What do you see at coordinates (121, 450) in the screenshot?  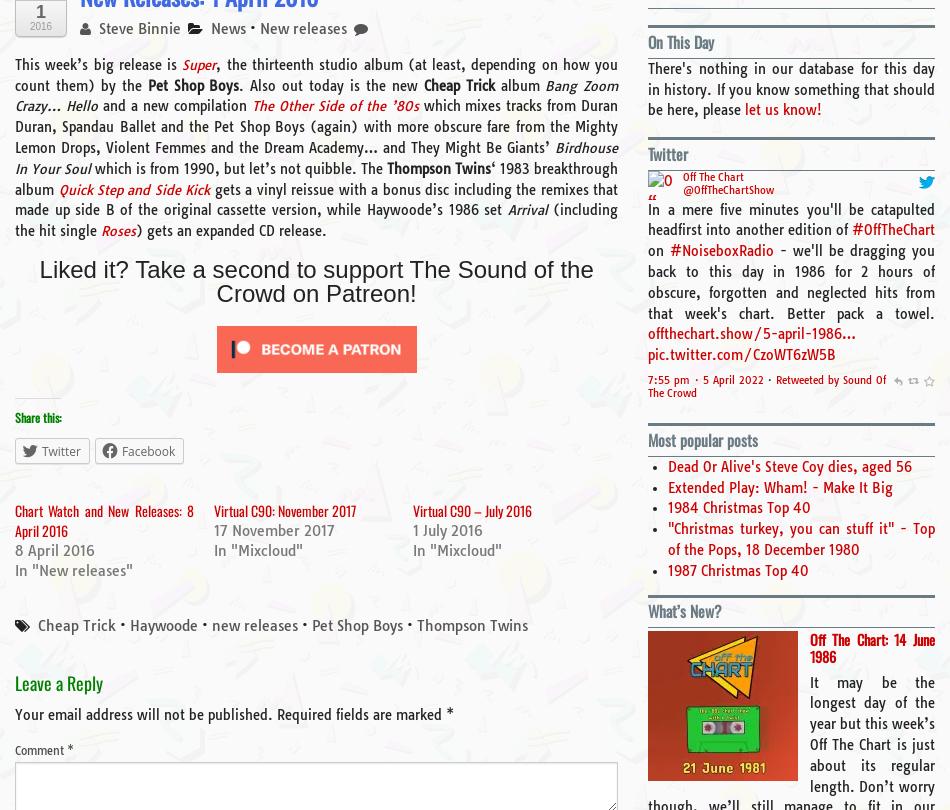 I see `'Facebook'` at bounding box center [121, 450].